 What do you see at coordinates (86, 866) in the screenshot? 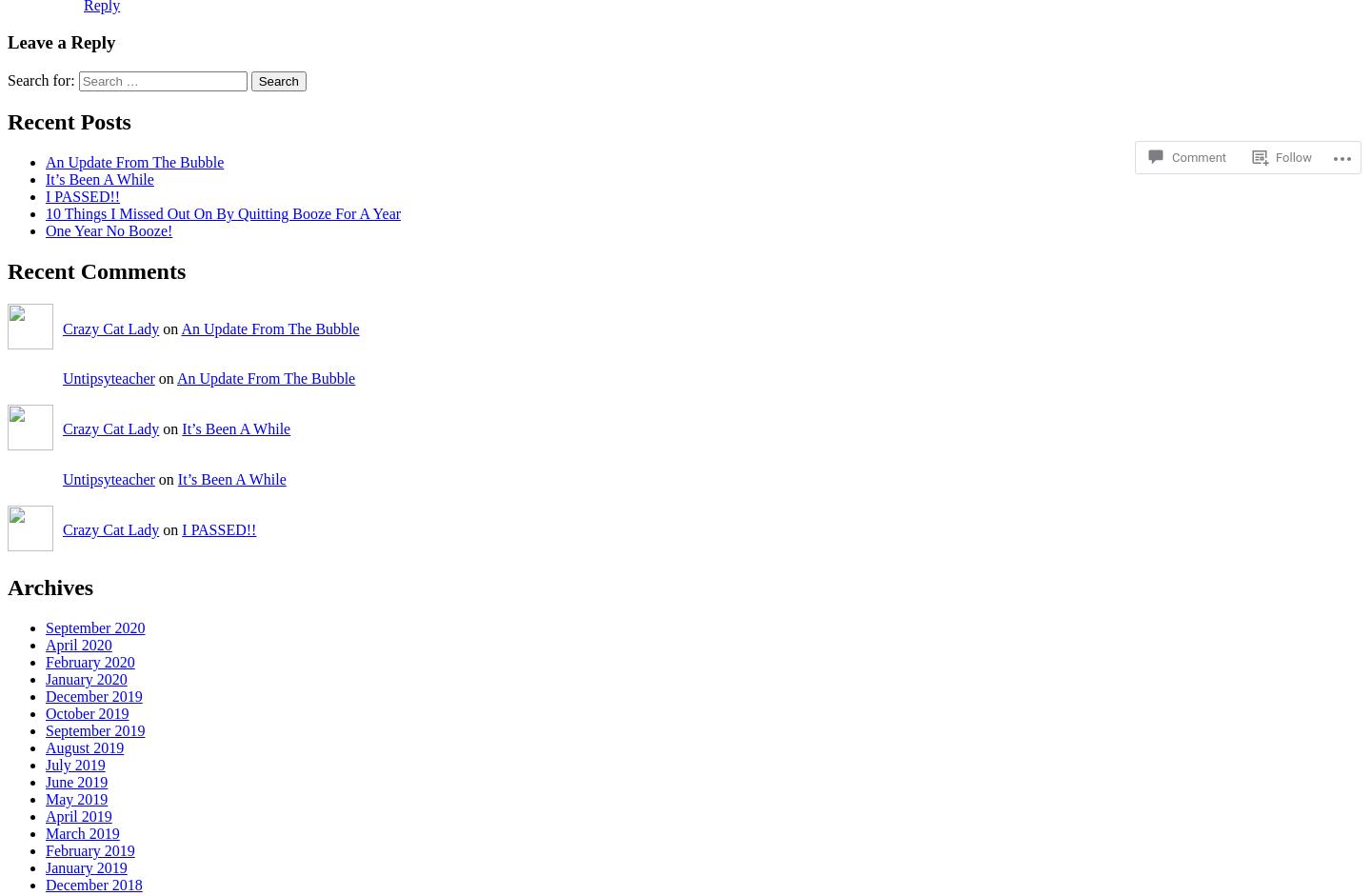
I see `'January 2019'` at bounding box center [86, 866].